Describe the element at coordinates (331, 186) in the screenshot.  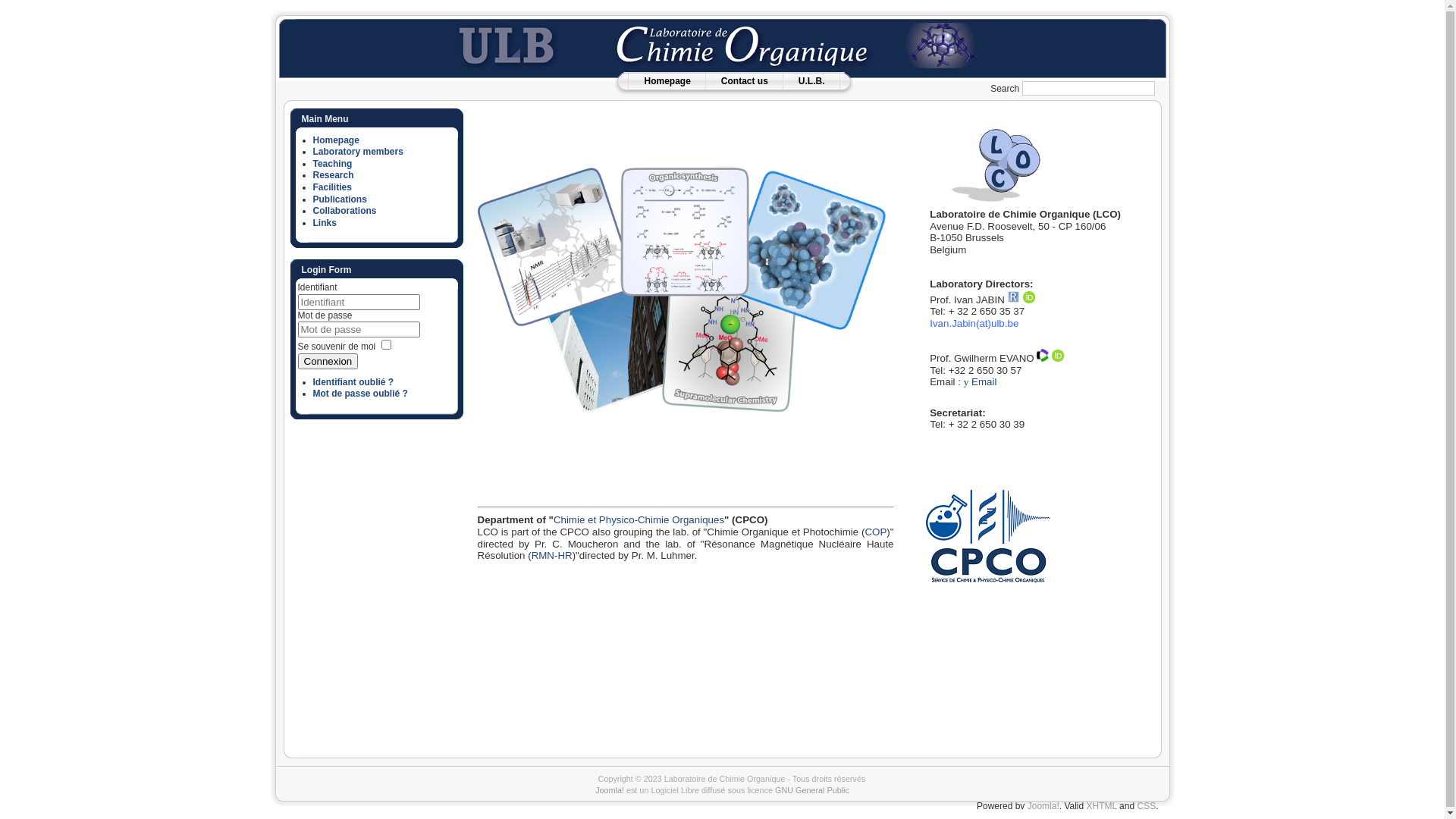
I see `'Facilities'` at that location.